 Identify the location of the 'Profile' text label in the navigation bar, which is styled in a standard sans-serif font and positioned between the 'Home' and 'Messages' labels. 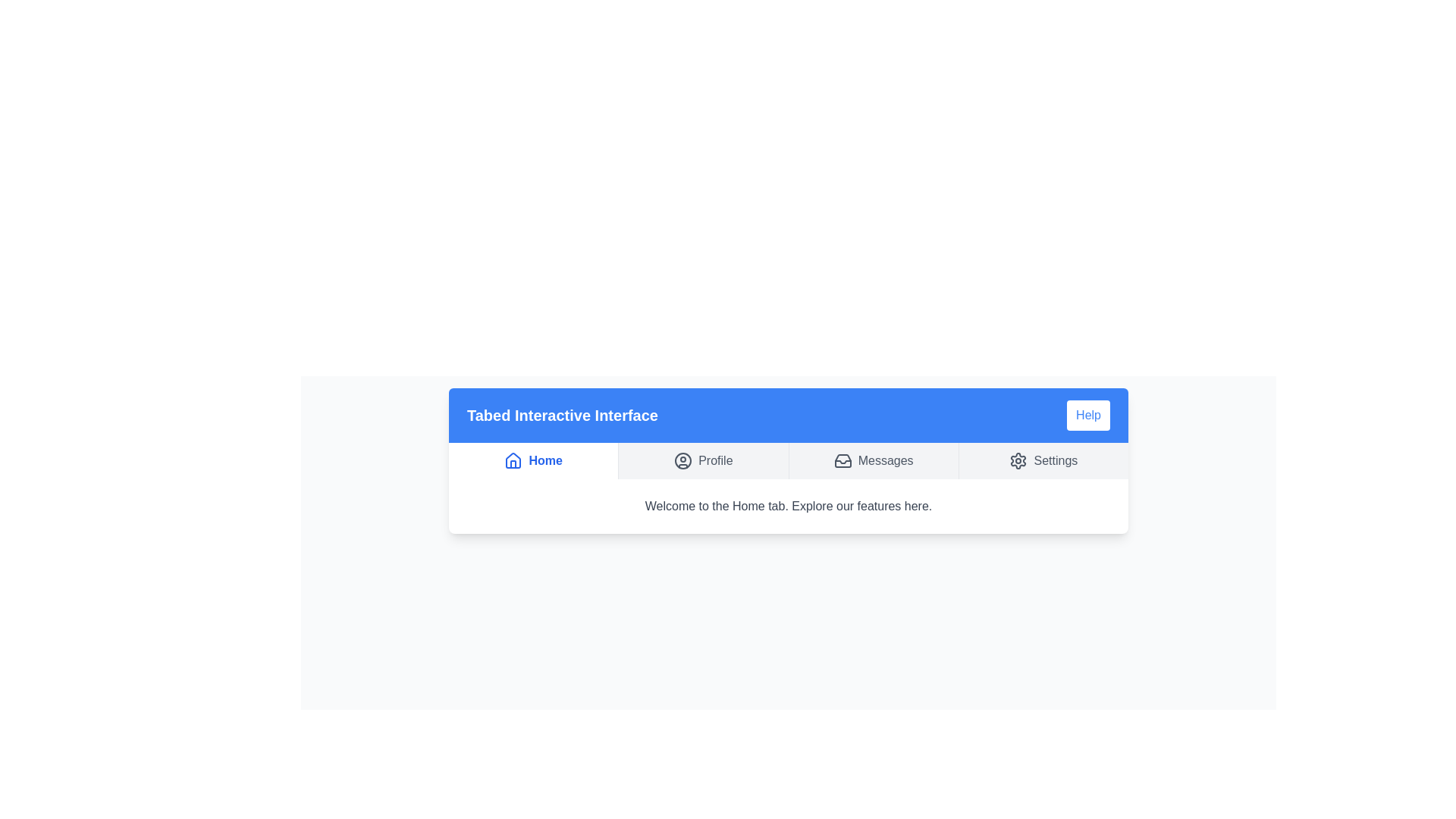
(714, 460).